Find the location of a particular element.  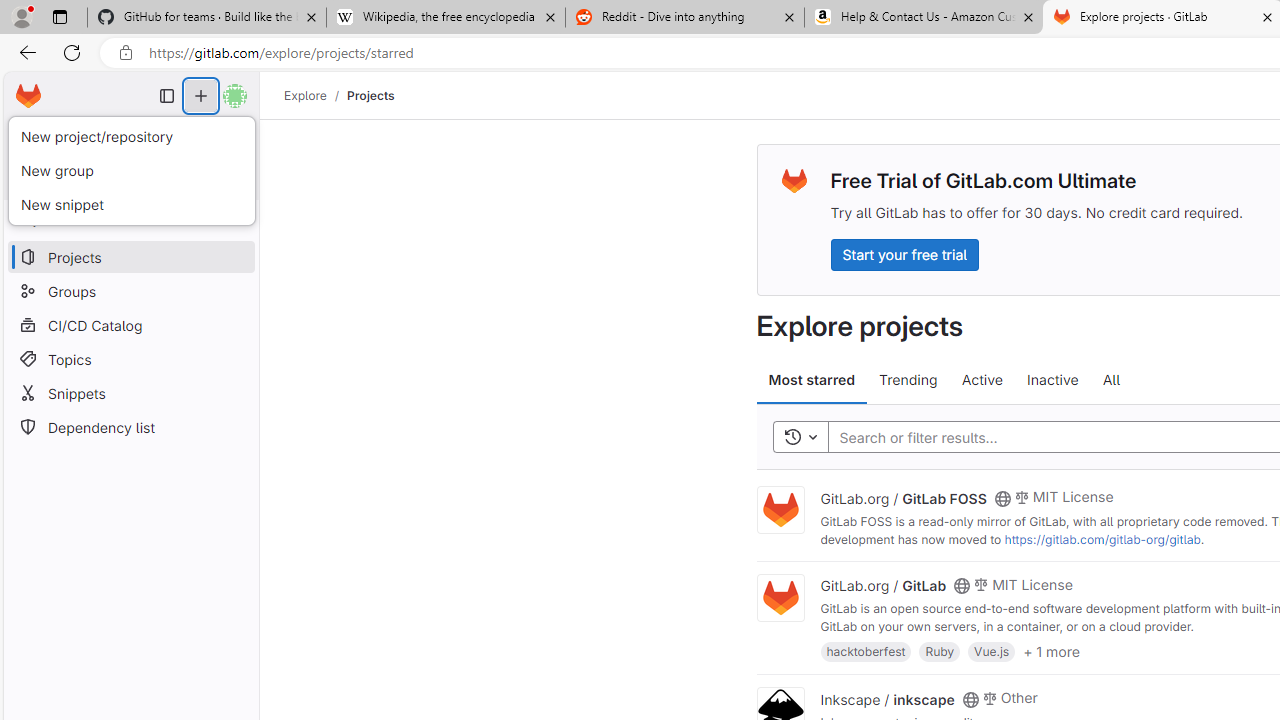

'All' is located at coordinates (1110, 380).